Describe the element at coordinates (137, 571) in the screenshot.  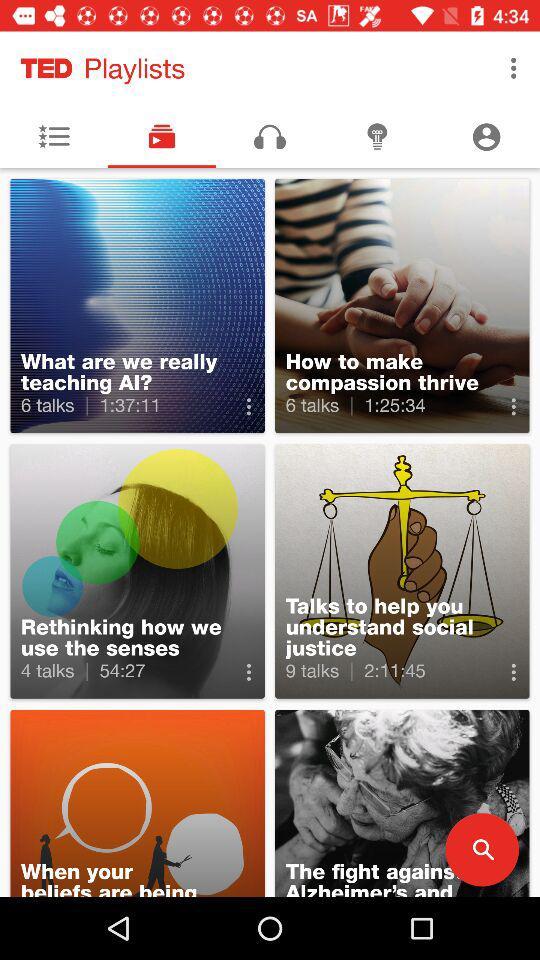
I see `first option in second row` at that location.